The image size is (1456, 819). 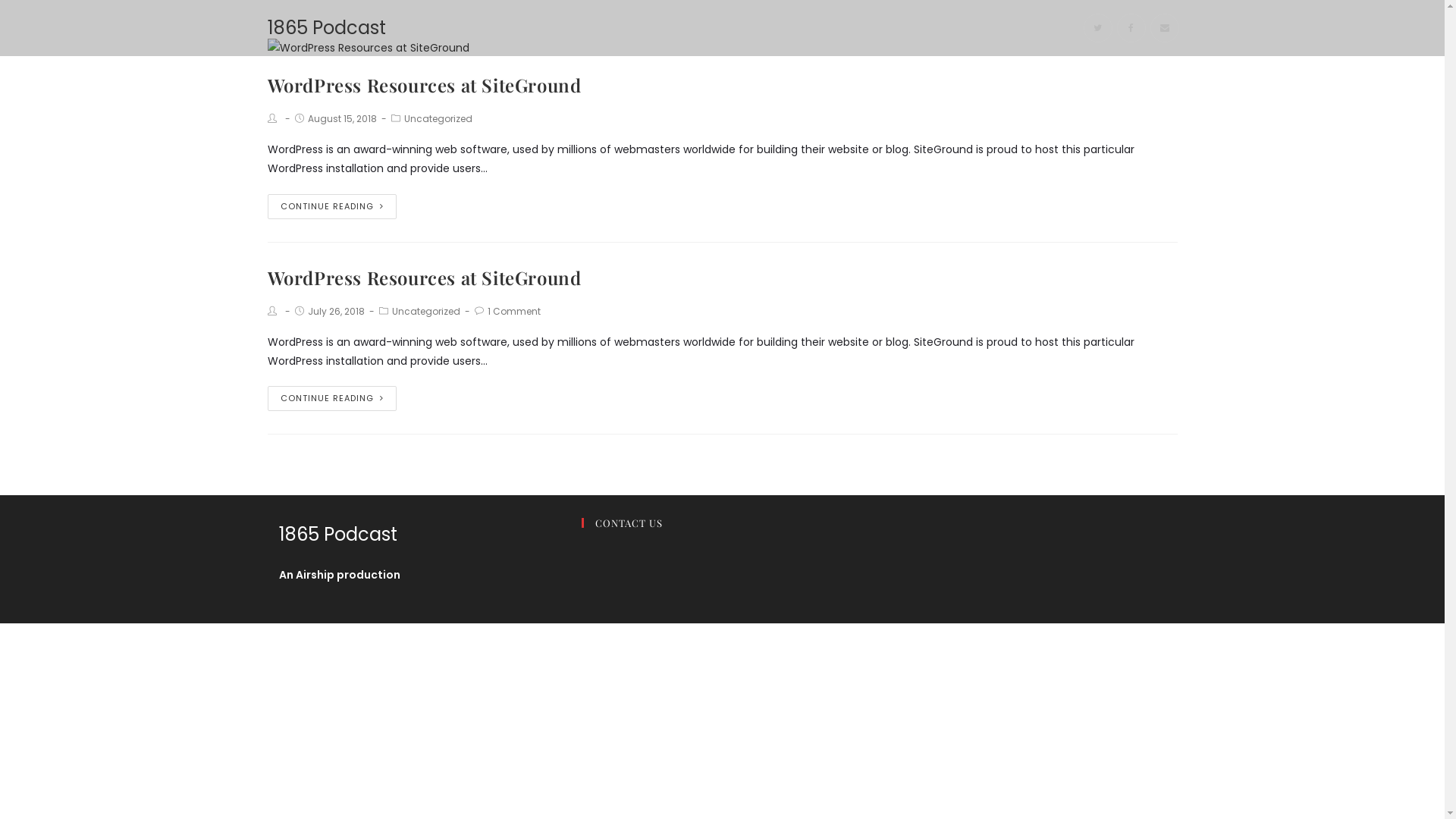 I want to click on '1865 Podcast', so click(x=266, y=27).